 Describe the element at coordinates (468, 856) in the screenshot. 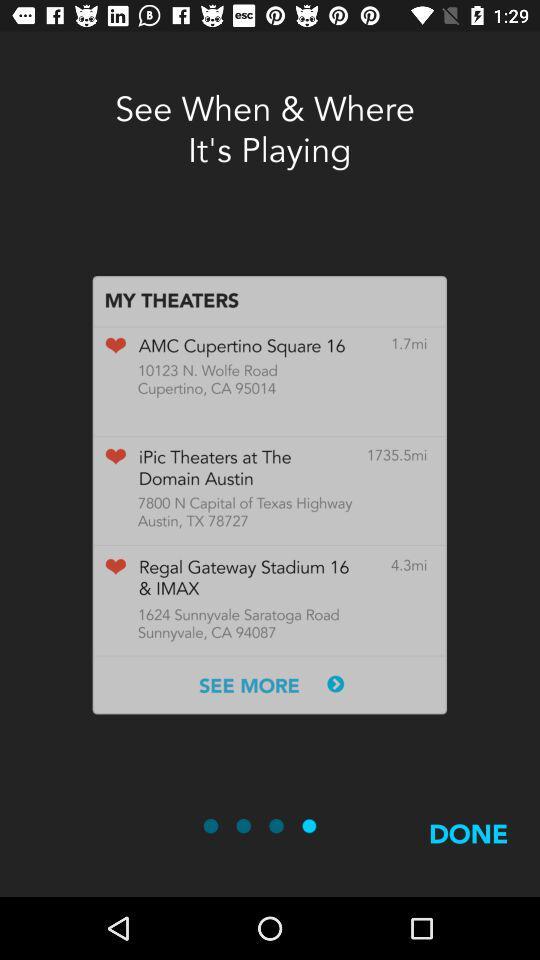

I see `the done` at that location.